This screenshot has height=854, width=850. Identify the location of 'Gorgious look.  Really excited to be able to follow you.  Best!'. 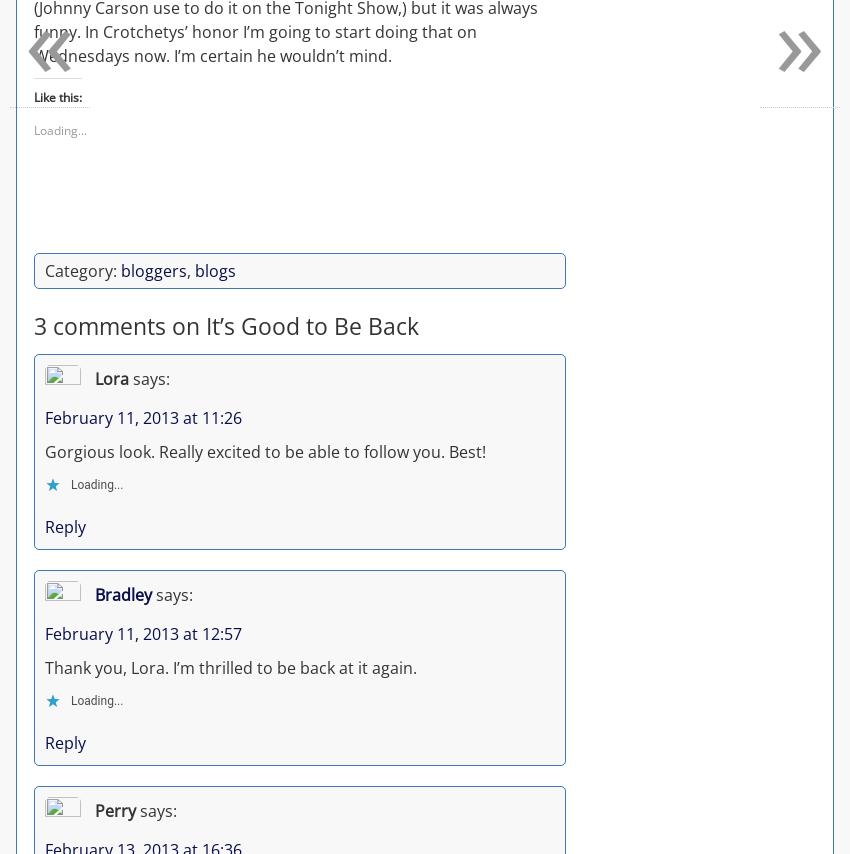
(264, 449).